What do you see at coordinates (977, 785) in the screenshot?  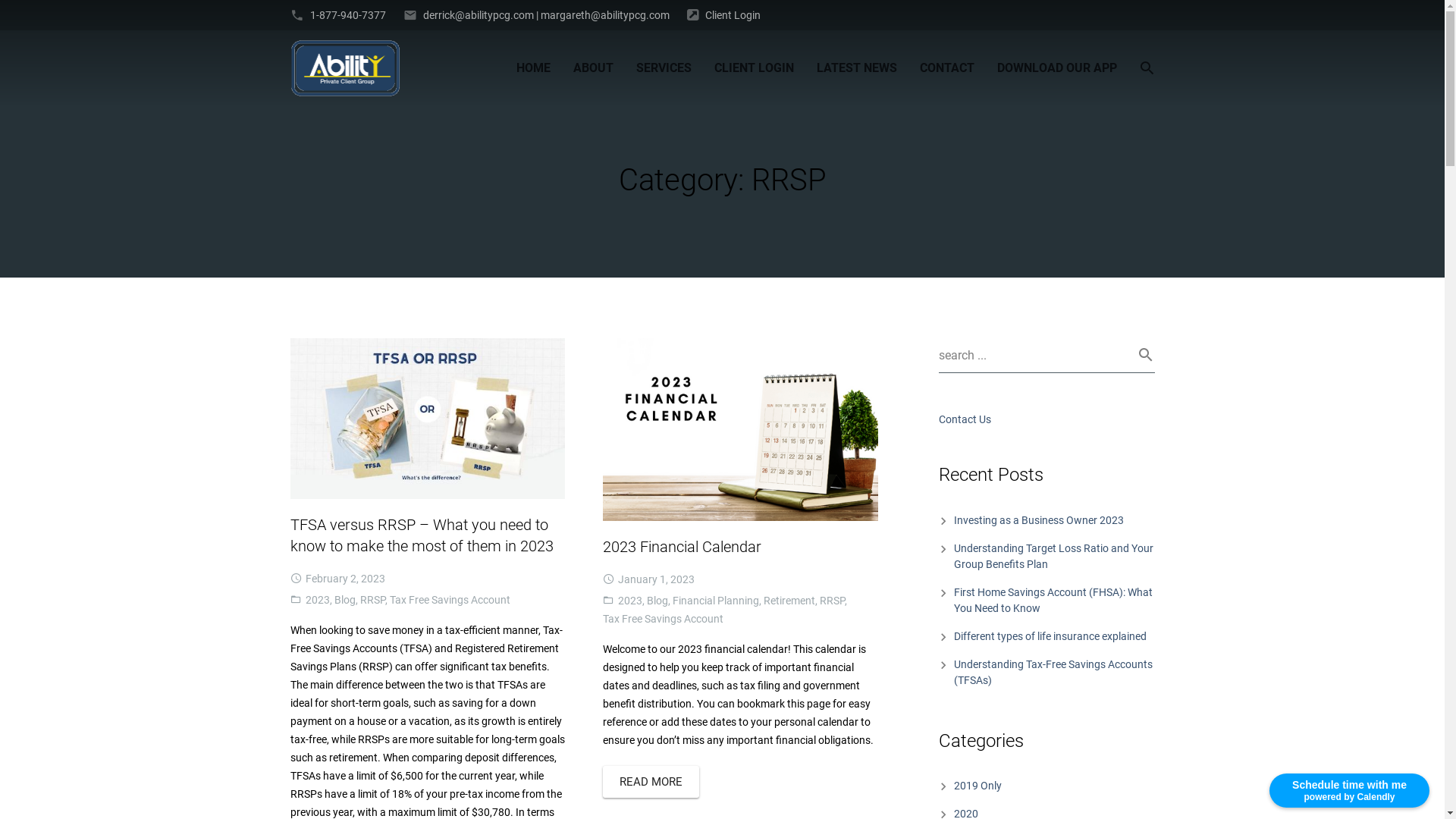 I see `'2019 Only'` at bounding box center [977, 785].